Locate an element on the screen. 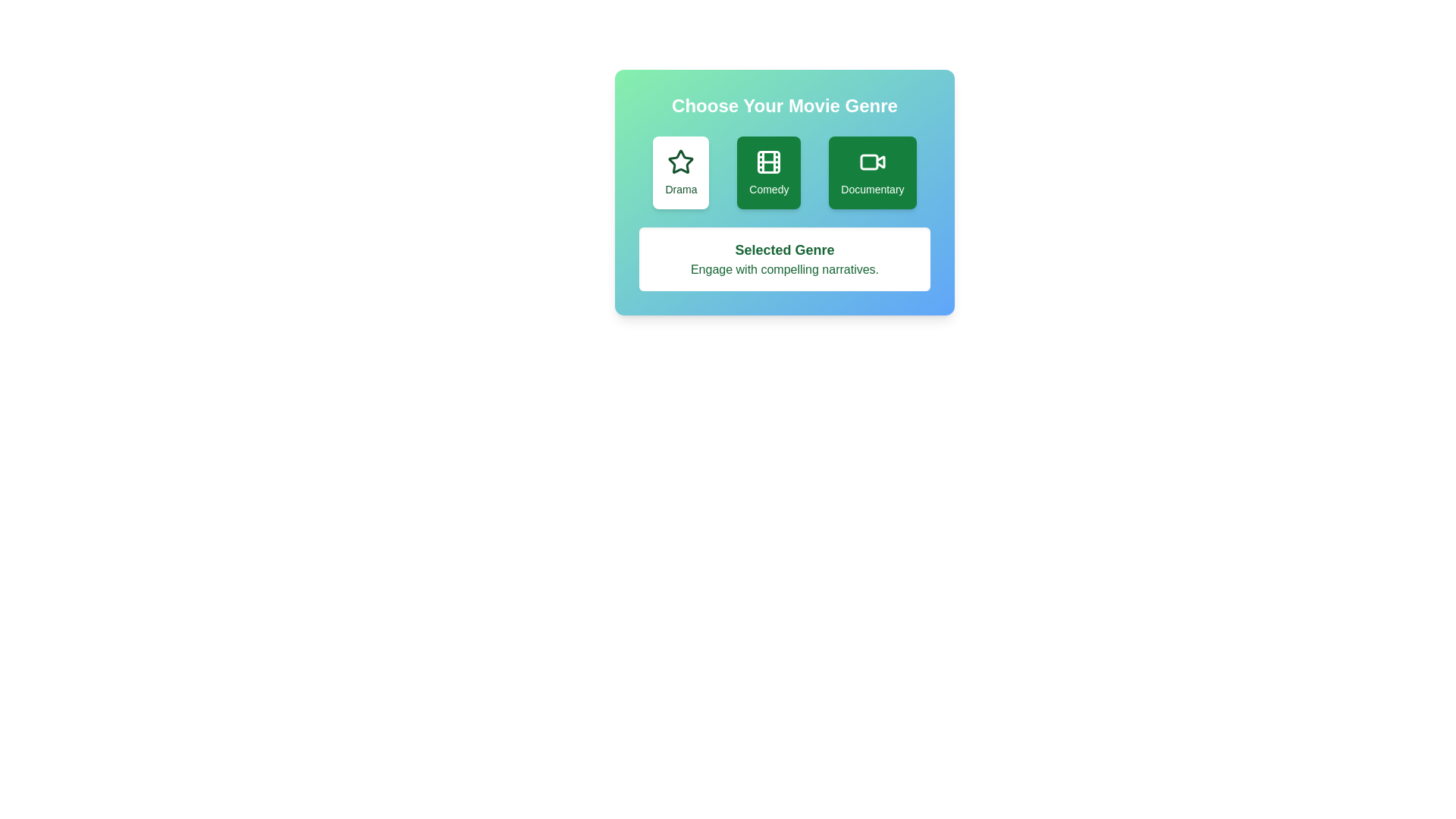 This screenshot has height=819, width=1456. the genre button for Comedy is located at coordinates (768, 171).